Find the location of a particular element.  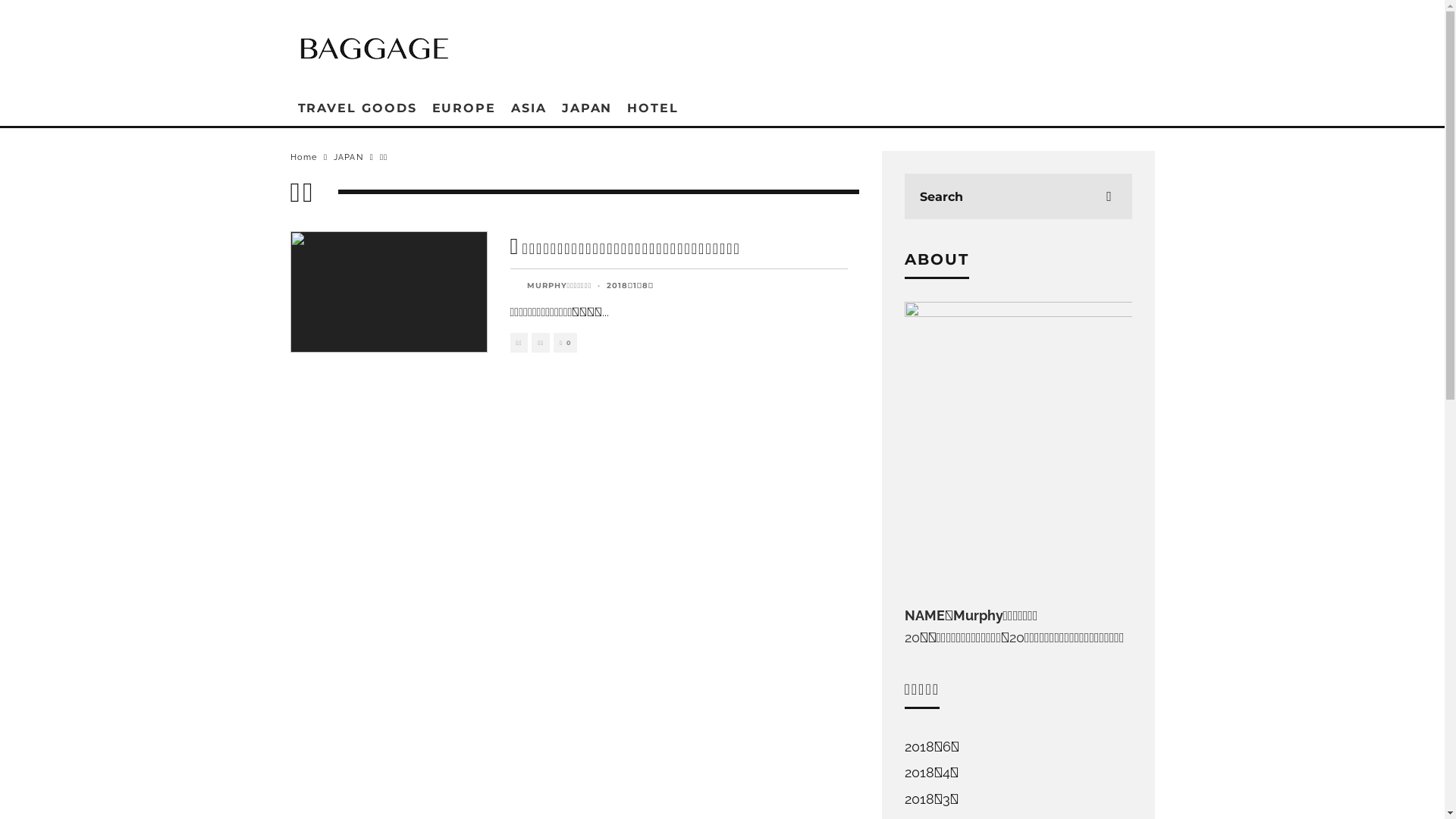

'TRAVEL GOODS' is located at coordinates (356, 107).